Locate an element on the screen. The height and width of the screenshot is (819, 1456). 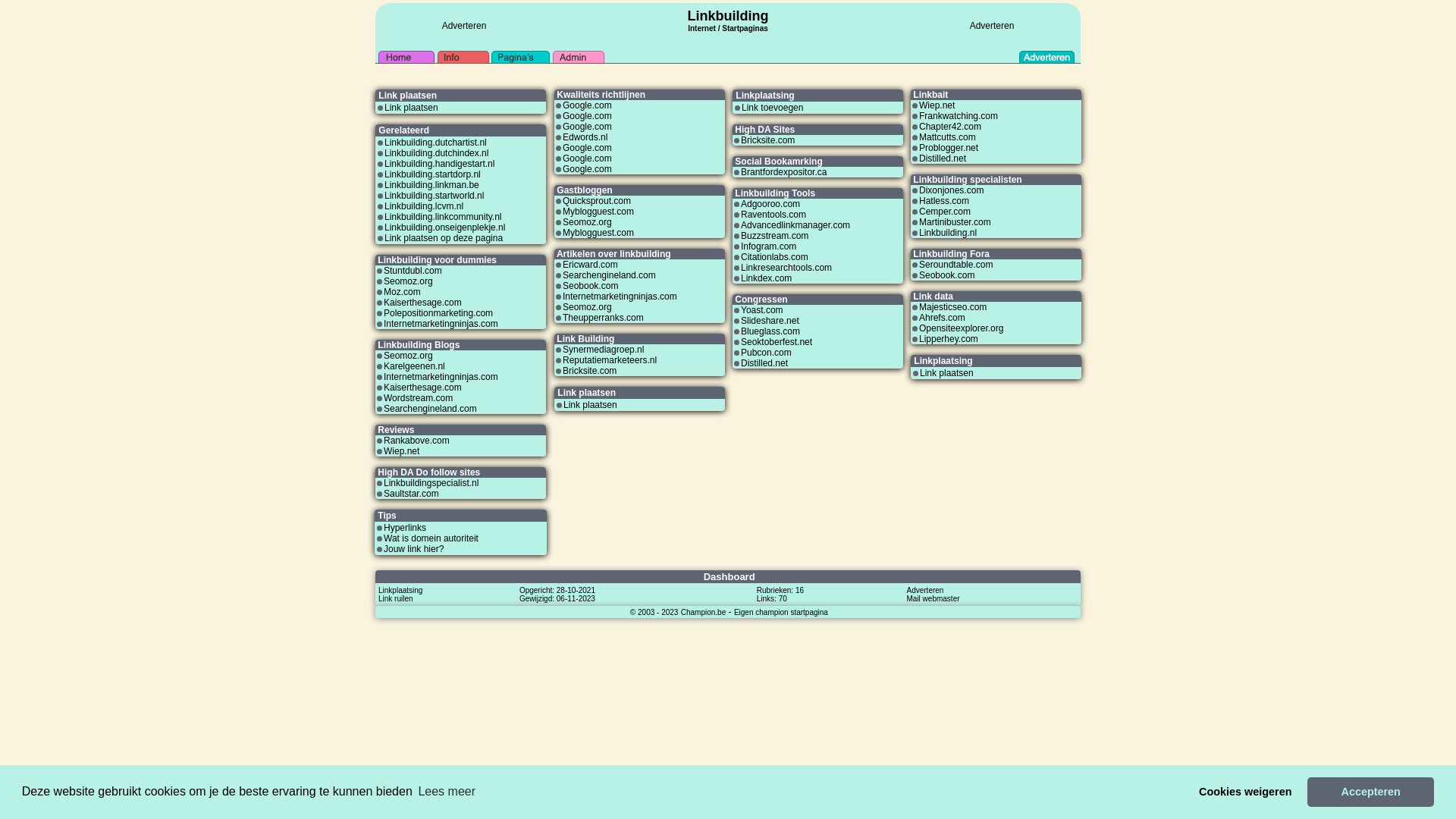
'Linkbuilding.nl' is located at coordinates (946, 233).